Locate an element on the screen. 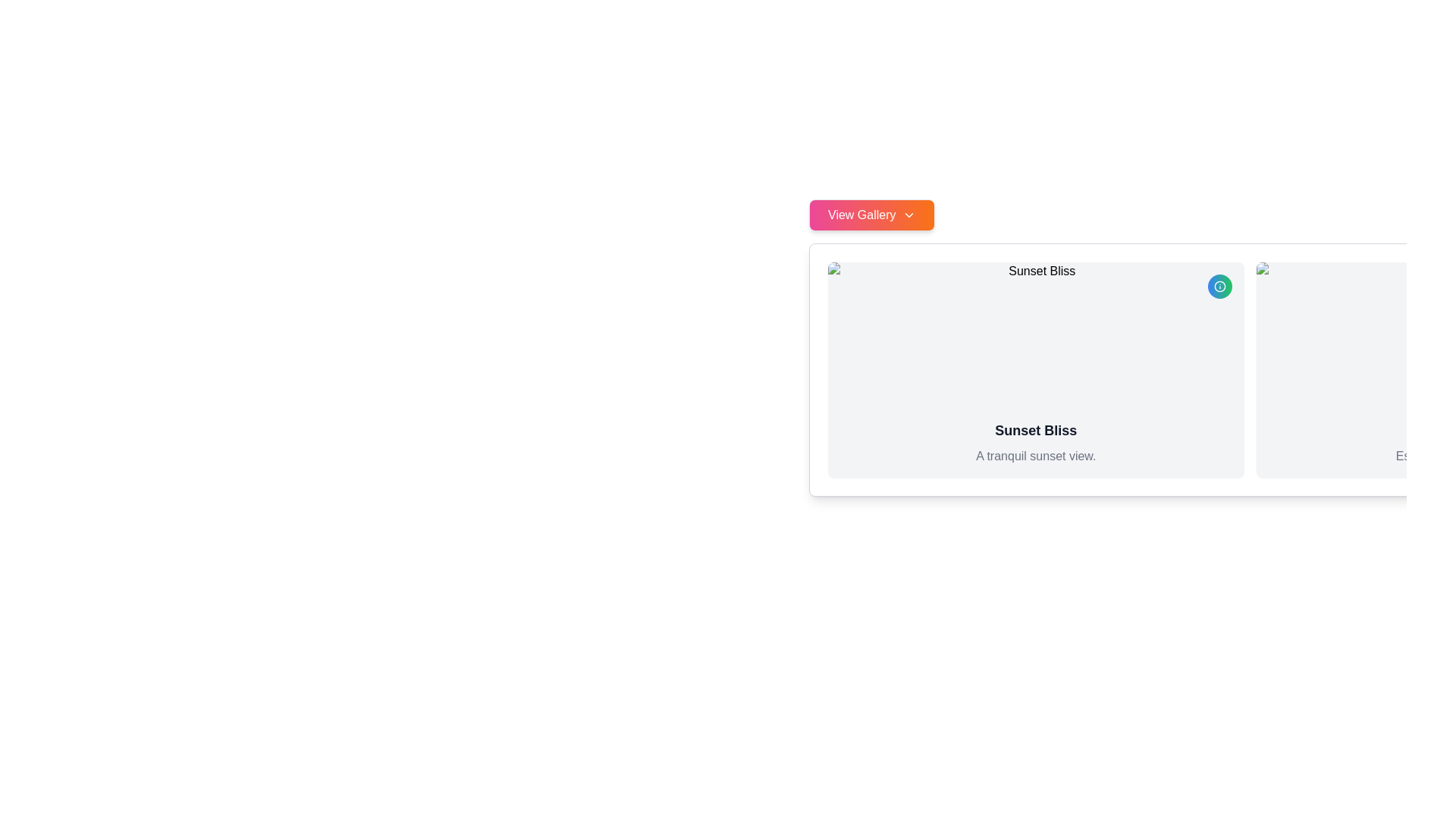 The height and width of the screenshot is (819, 1456). the 'View Gallery' button that contains a downward-facing chevron icon, which is styled as an arrow and located to the right of the text 'View Gallery' is located at coordinates (908, 215).